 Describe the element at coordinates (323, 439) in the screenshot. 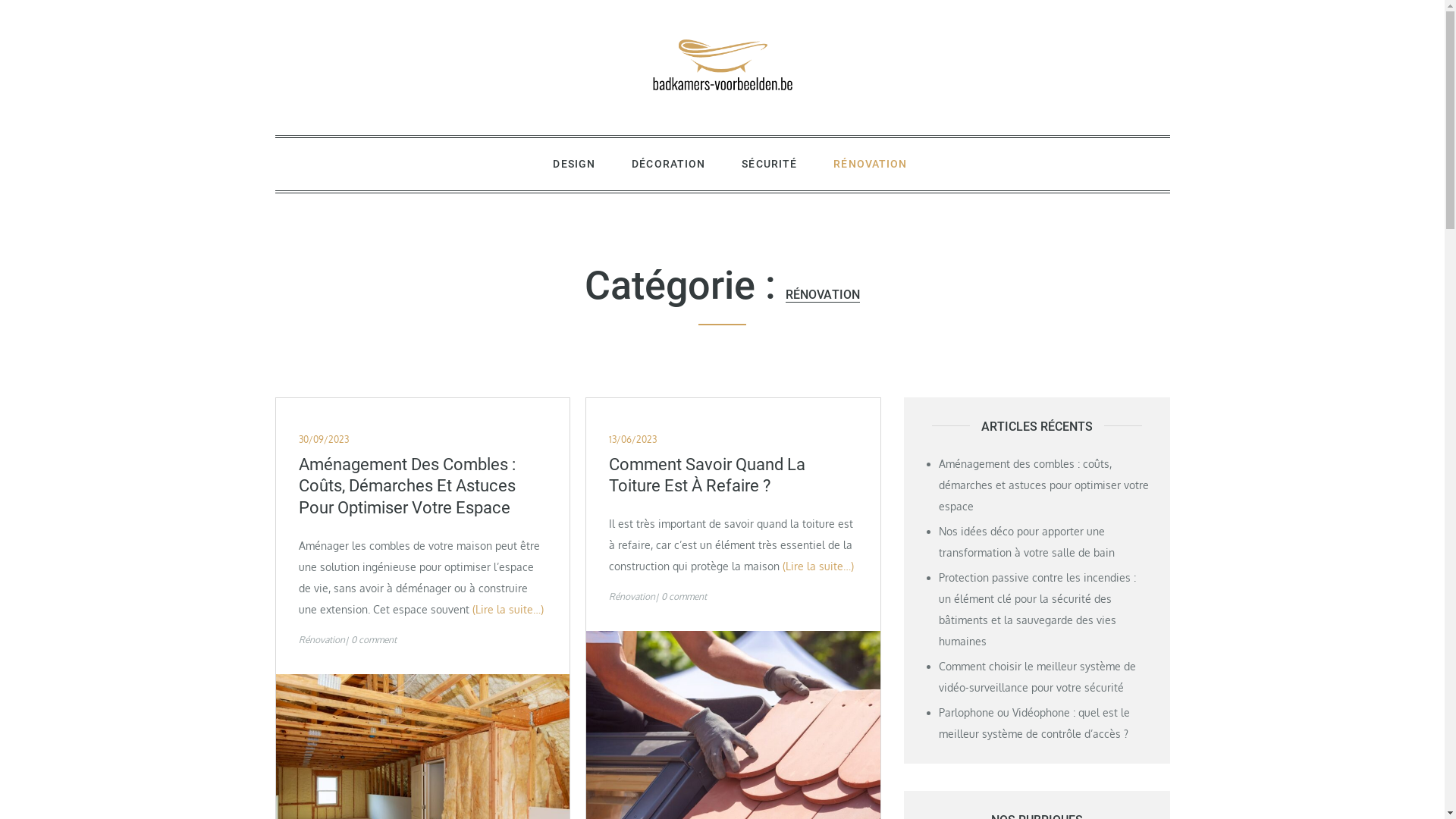

I see `'30/09/2023'` at that location.